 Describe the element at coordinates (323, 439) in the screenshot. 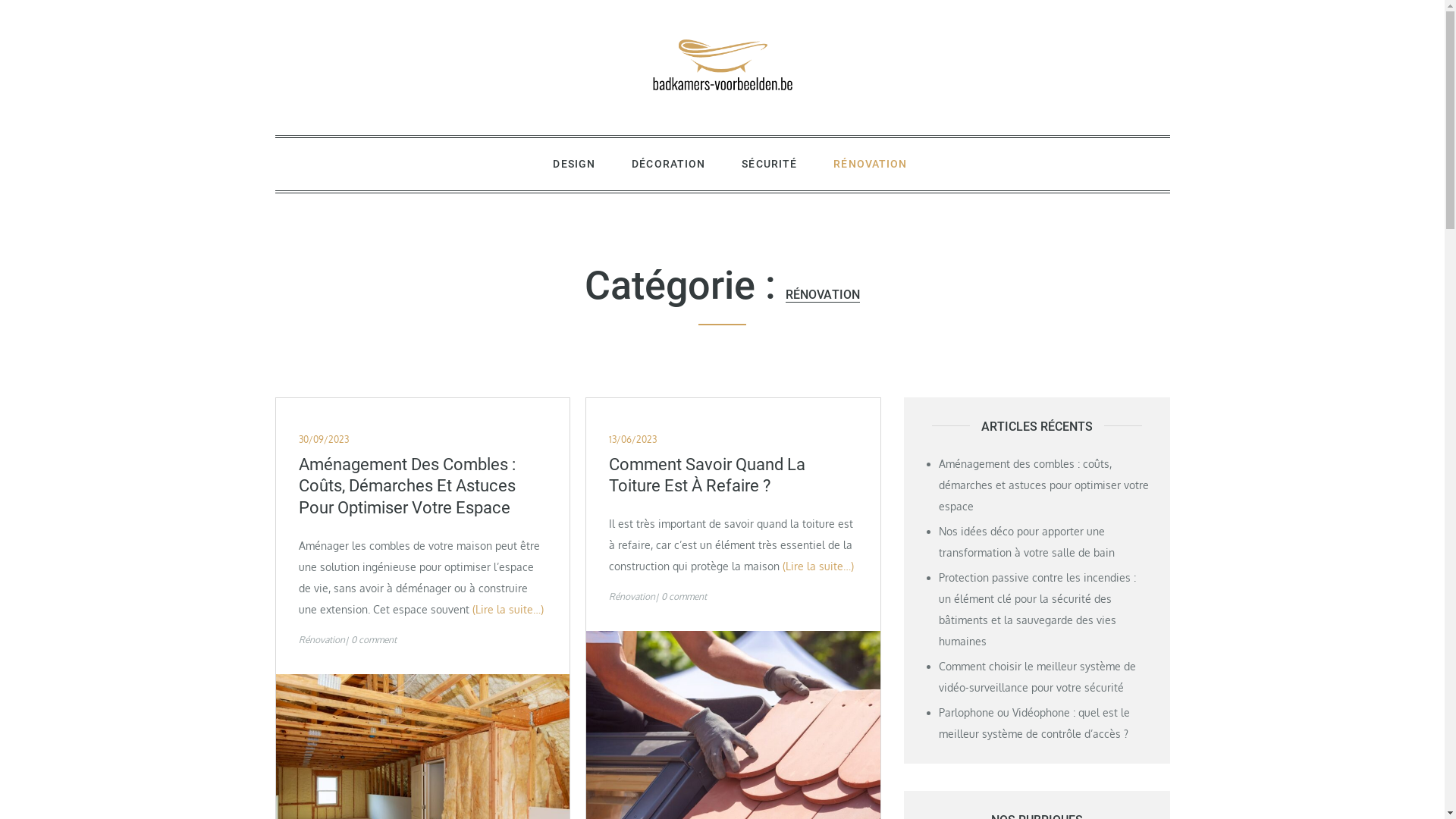

I see `'30/09/2023'` at that location.